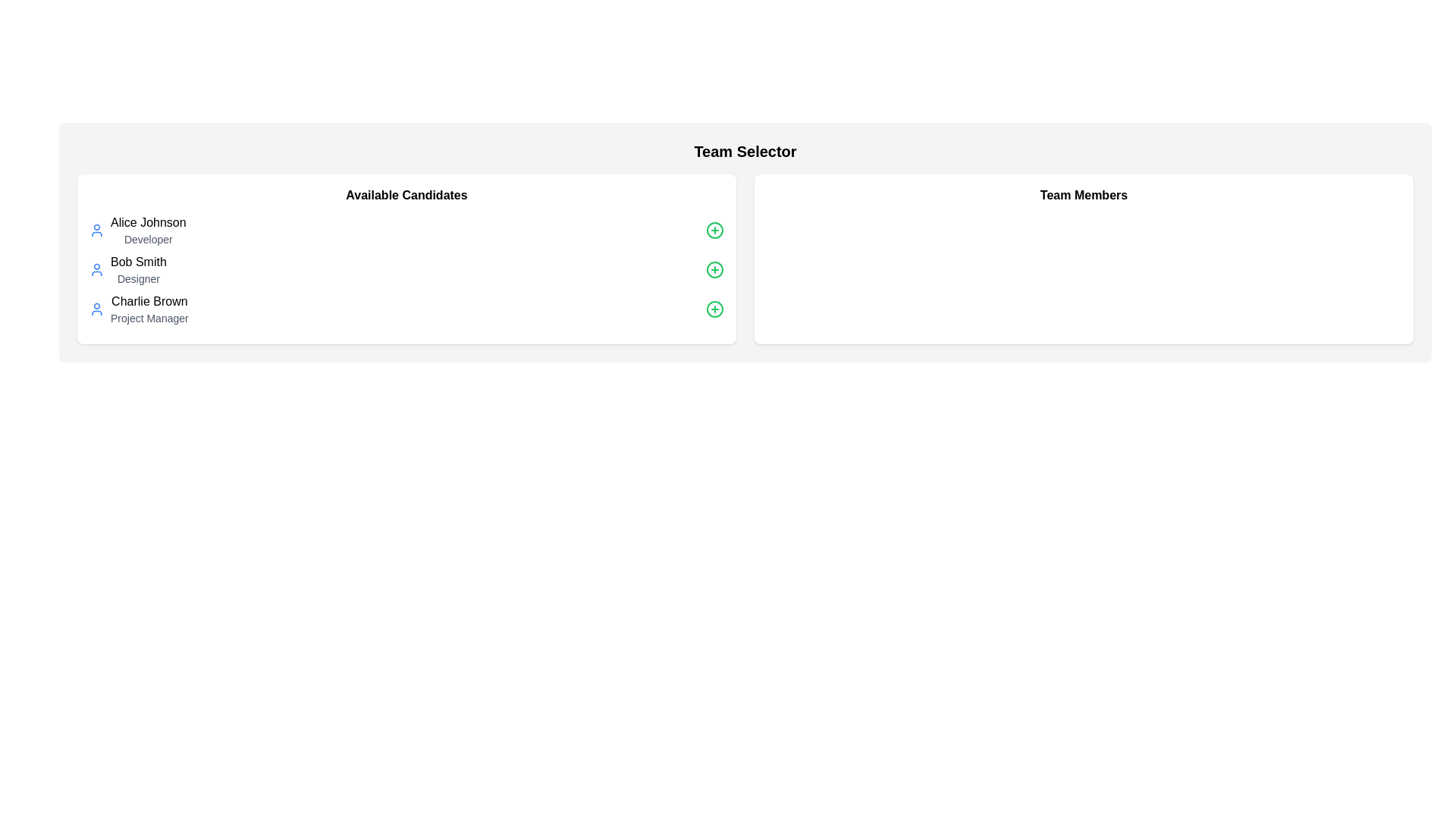  What do you see at coordinates (137, 231) in the screenshot?
I see `to select the profile for 'Alice Johnson', a candidate displayed prominently at the top of the list in the 'Available Candidates' section` at bounding box center [137, 231].